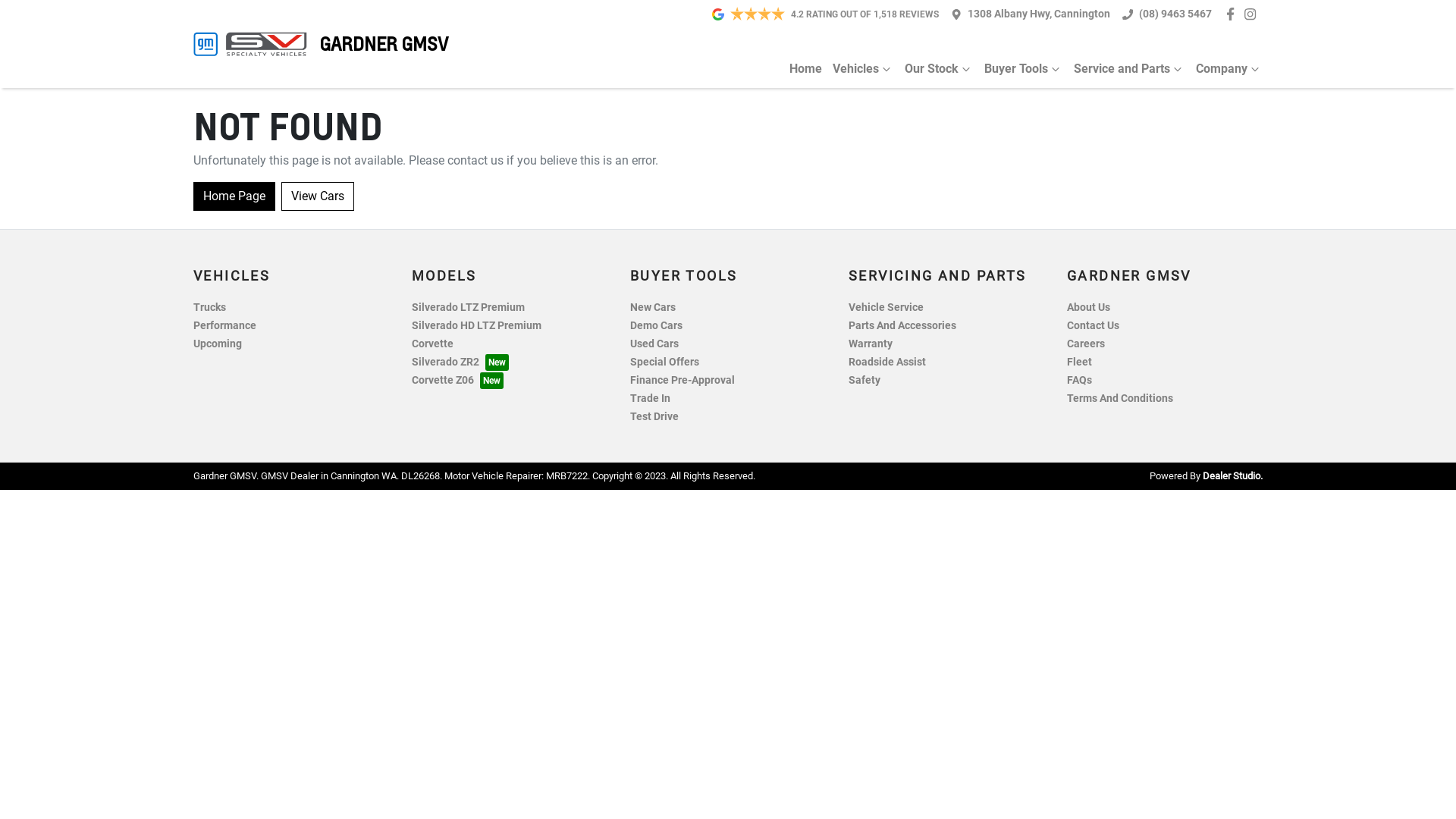 Image resolution: width=1456 pixels, height=819 pixels. Describe the element at coordinates (459, 362) in the screenshot. I see `'Silverado ZR2'` at that location.